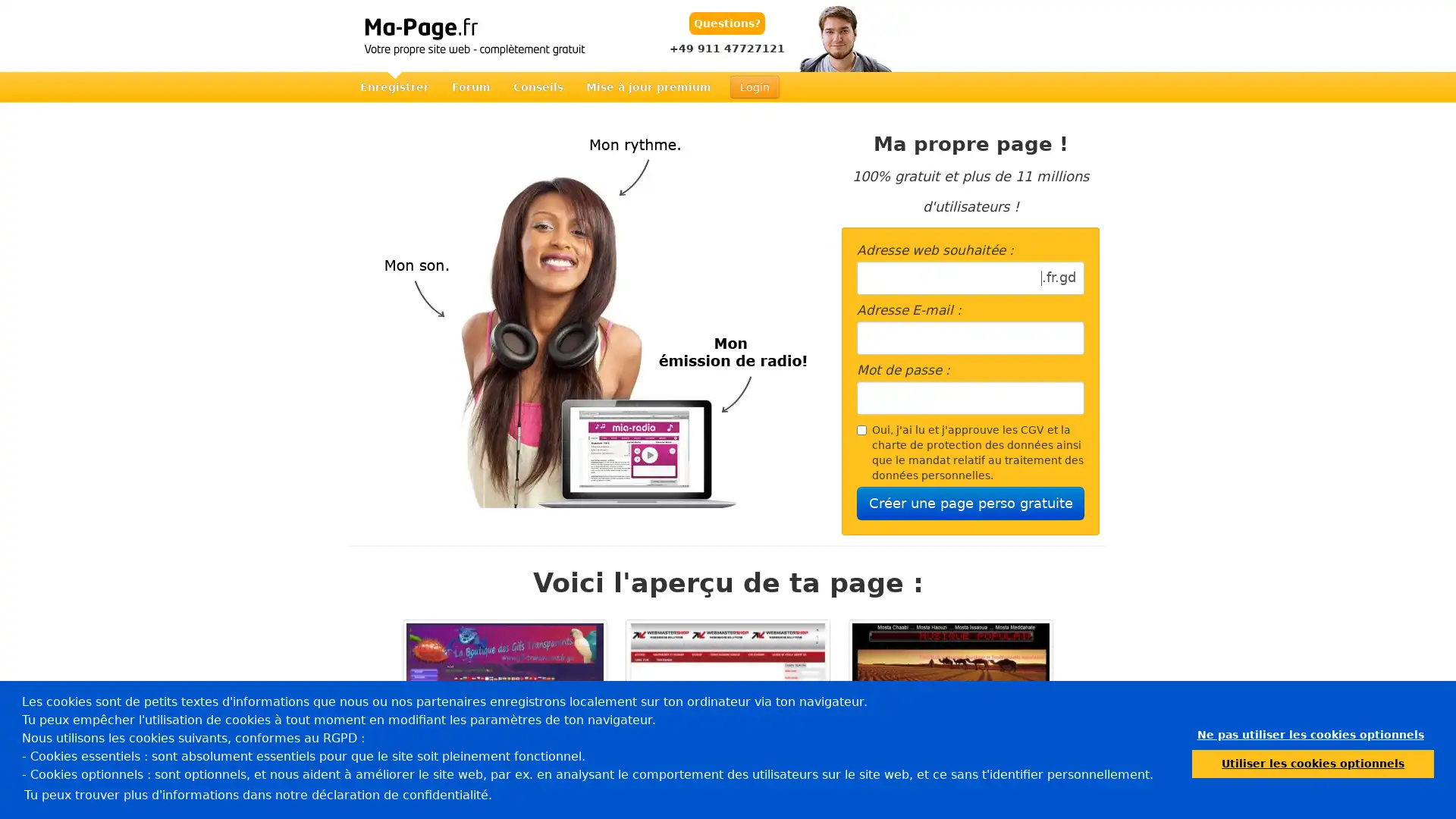 This screenshot has height=819, width=1456. Describe the element at coordinates (1310, 734) in the screenshot. I see `dismiss cookie message` at that location.